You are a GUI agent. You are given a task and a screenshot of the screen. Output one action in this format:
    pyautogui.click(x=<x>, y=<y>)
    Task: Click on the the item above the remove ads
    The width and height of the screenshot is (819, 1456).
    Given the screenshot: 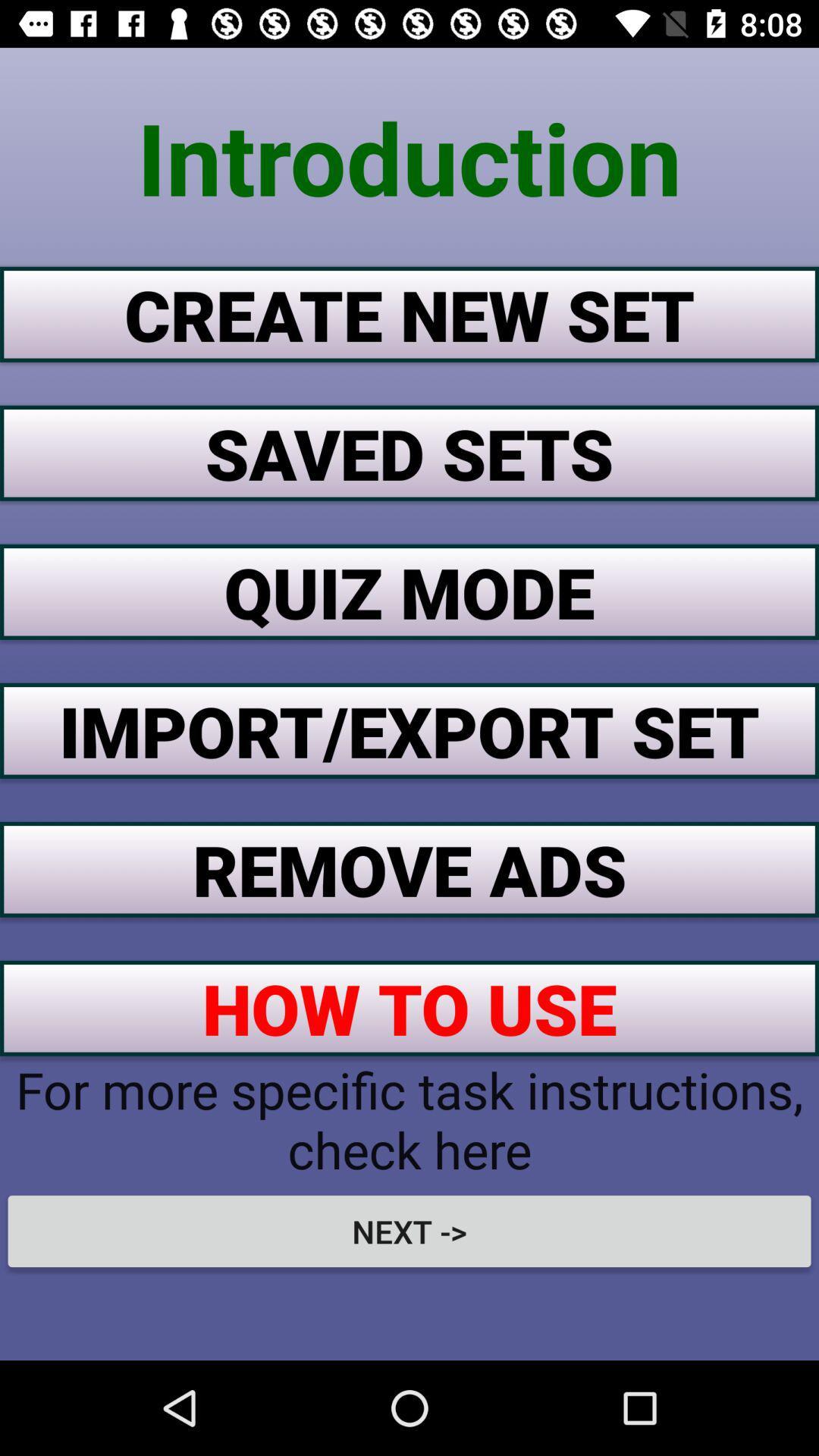 What is the action you would take?
    pyautogui.click(x=409, y=730)
    